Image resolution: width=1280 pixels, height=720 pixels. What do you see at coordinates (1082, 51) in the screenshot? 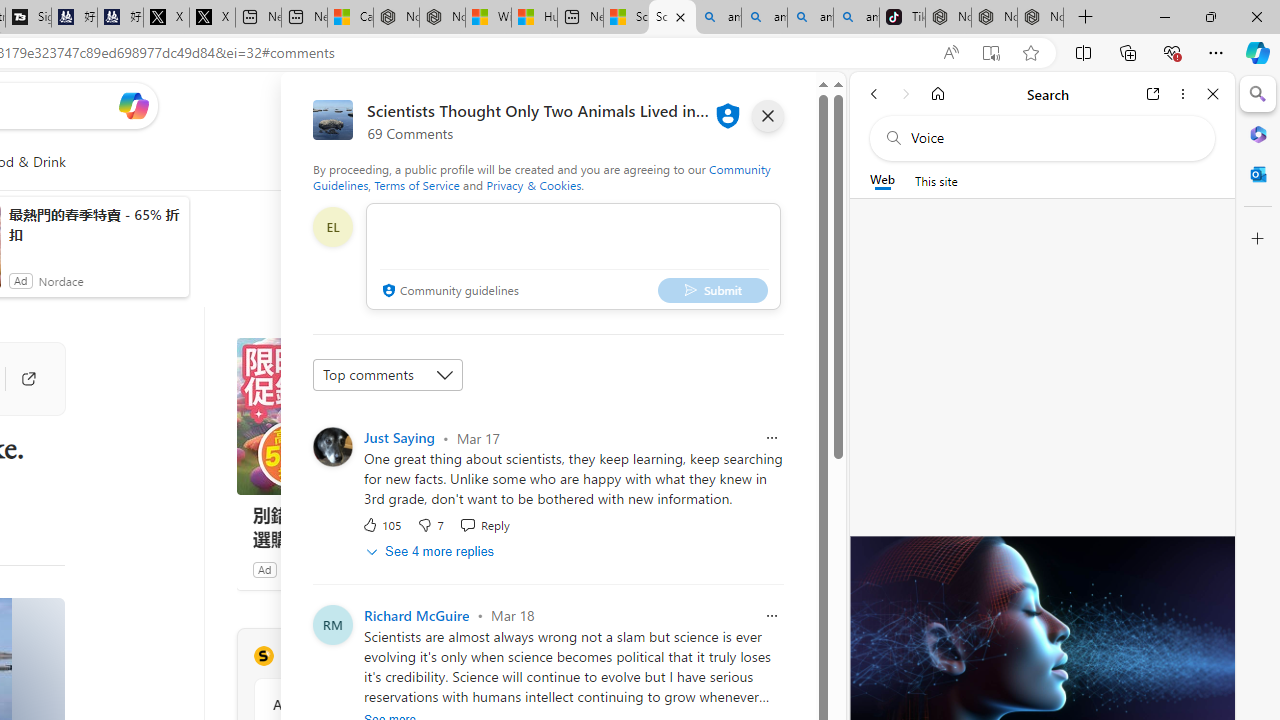
I see `'Split screen'` at bounding box center [1082, 51].